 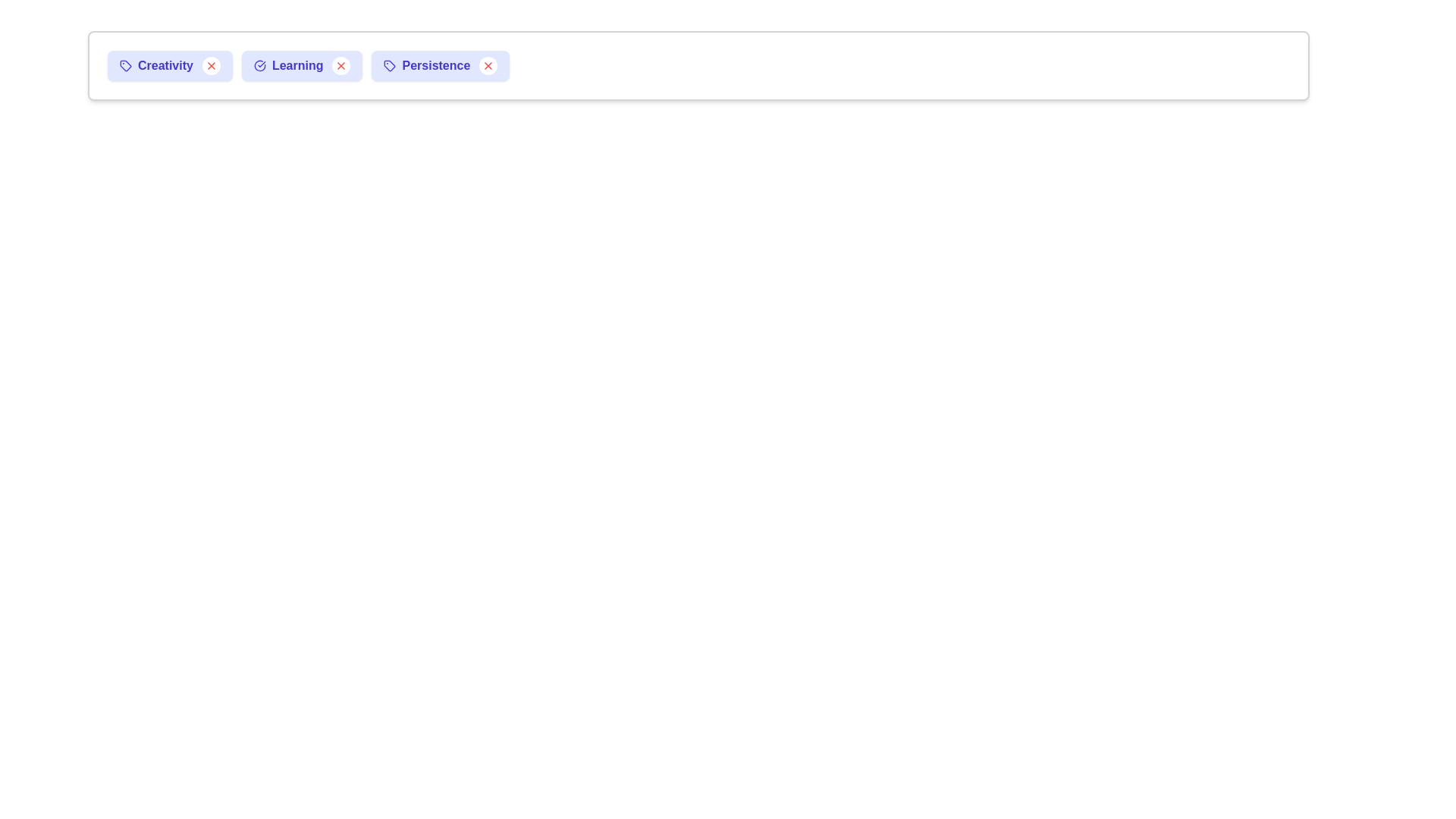 I want to click on the chip labeled Persistence to observe visual changes, so click(x=439, y=65).